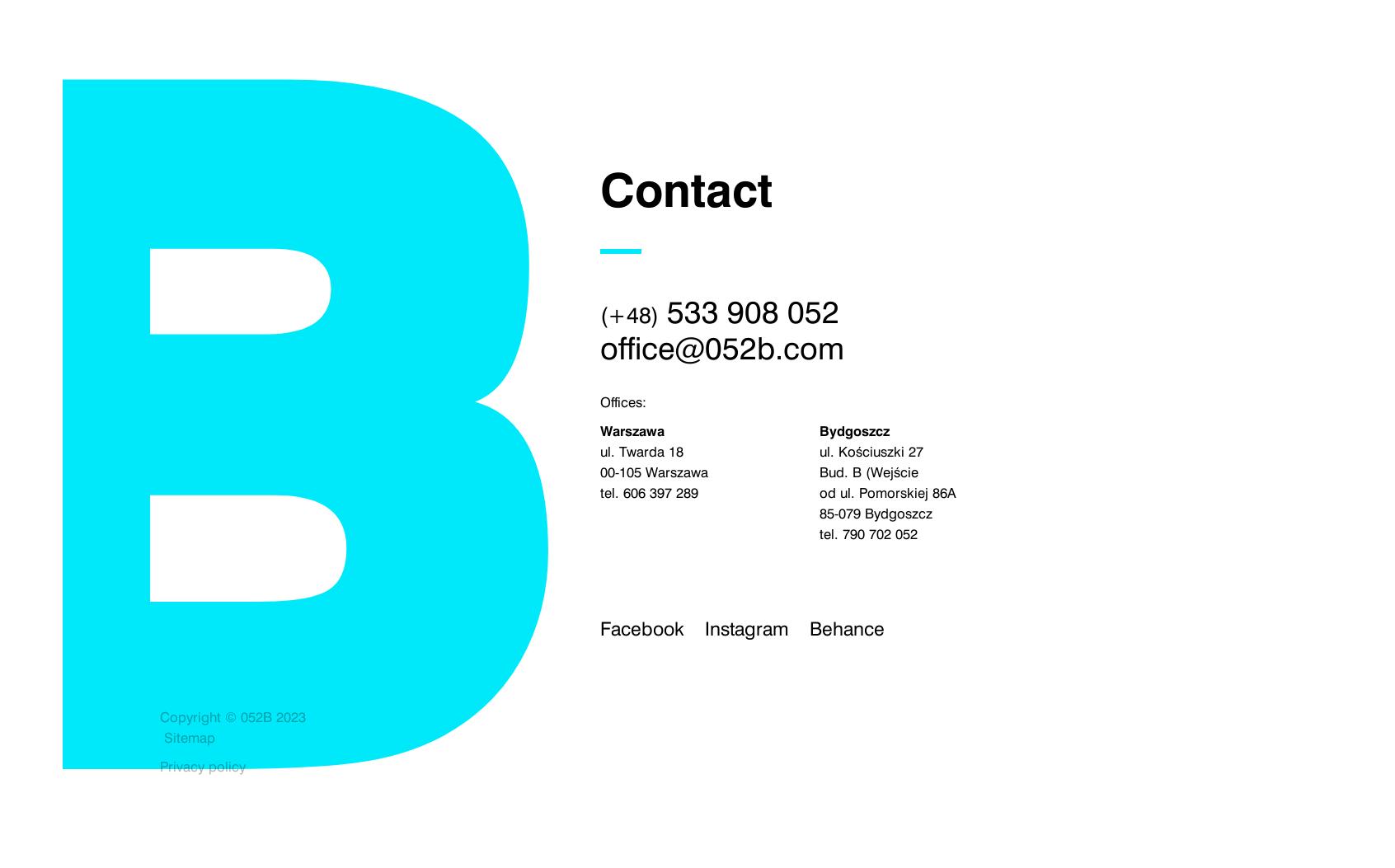 This screenshot has width=1395, height=868. Describe the element at coordinates (745, 627) in the screenshot. I see `'Instagram'` at that location.